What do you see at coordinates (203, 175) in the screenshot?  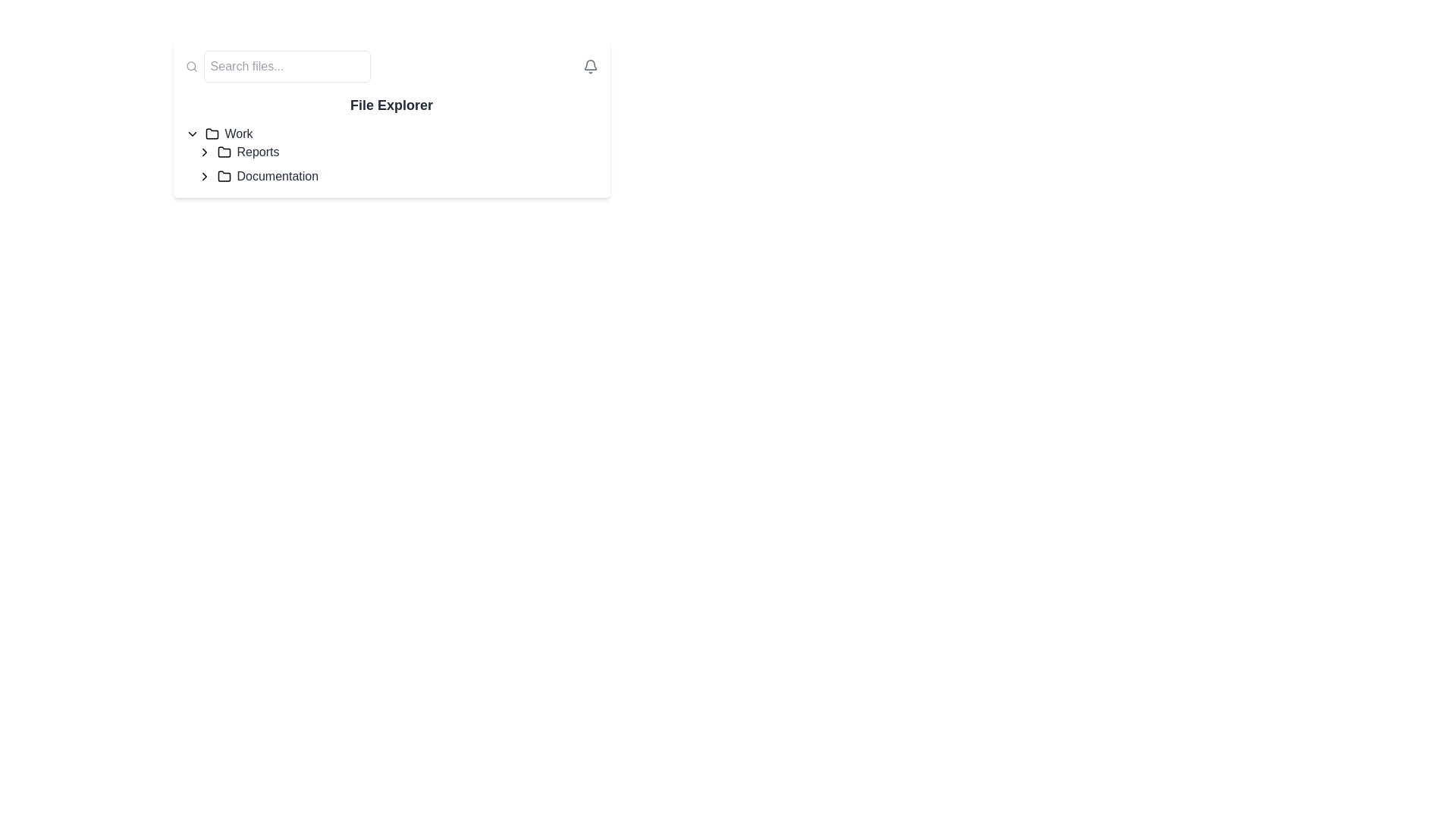 I see `the Chevron icon toggle button located before the 'Documentation' label` at bounding box center [203, 175].